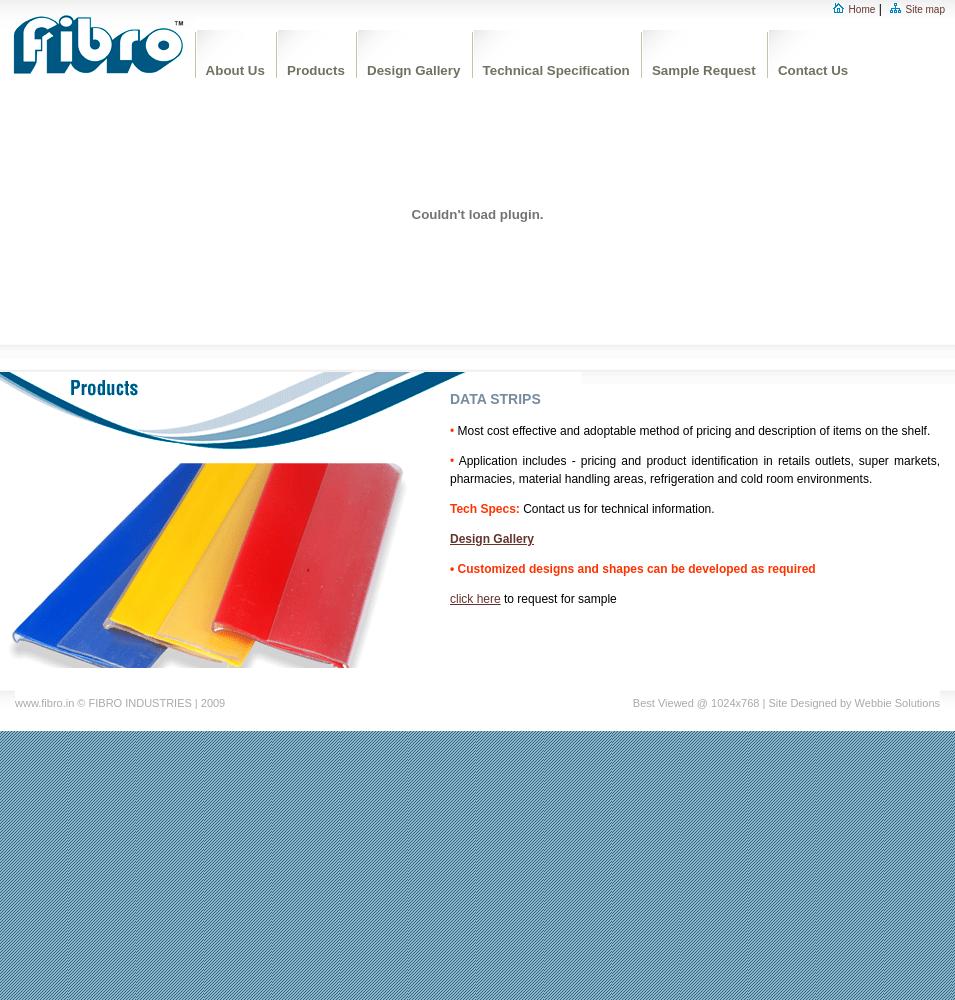 This screenshot has height=1000, width=955. Describe the element at coordinates (701, 69) in the screenshot. I see `'Sample Request'` at that location.